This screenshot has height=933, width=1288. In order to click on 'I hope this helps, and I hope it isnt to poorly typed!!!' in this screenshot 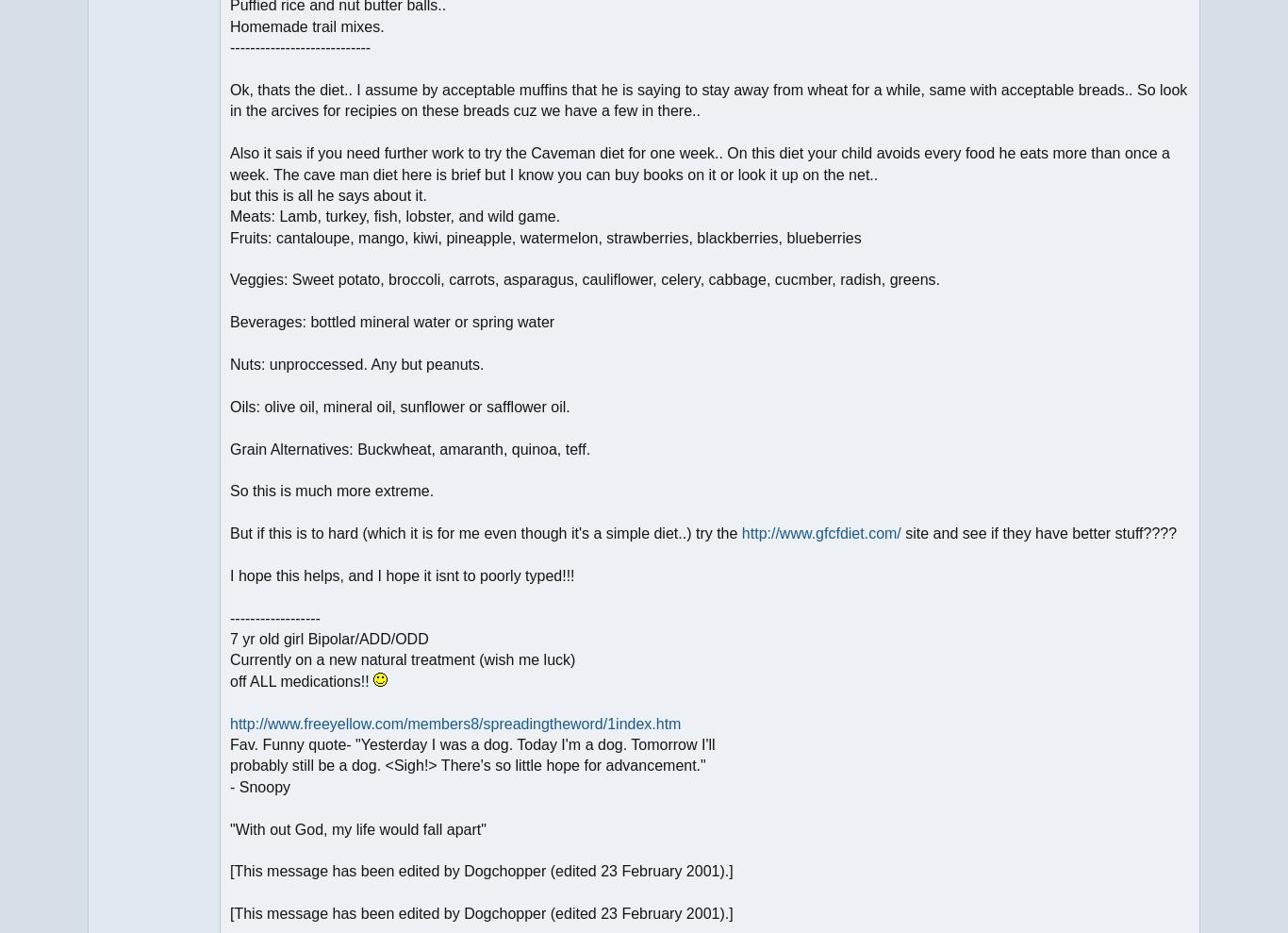, I will do `click(401, 575)`.